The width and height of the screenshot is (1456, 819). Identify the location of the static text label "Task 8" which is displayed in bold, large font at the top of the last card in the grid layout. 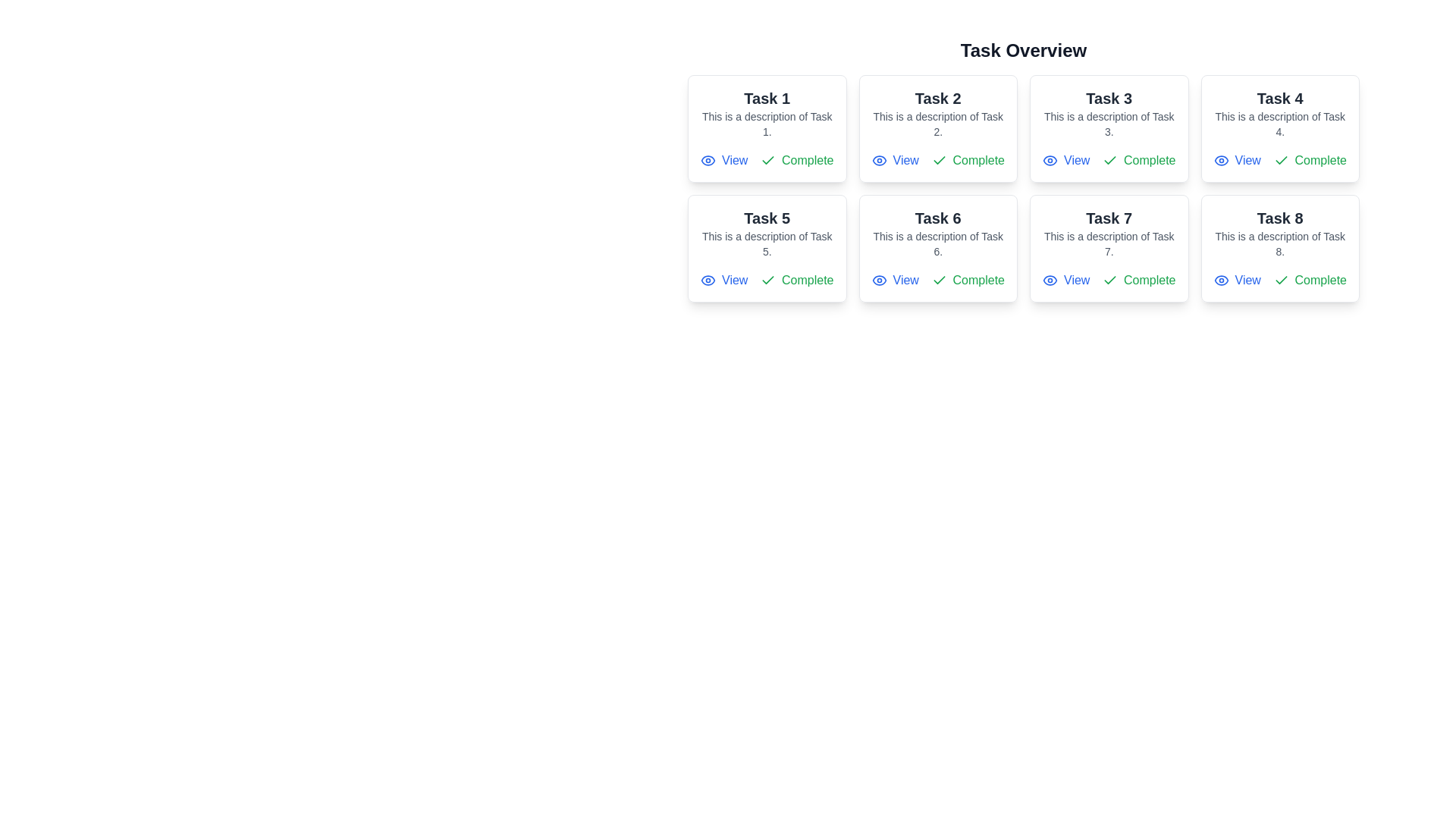
(1279, 218).